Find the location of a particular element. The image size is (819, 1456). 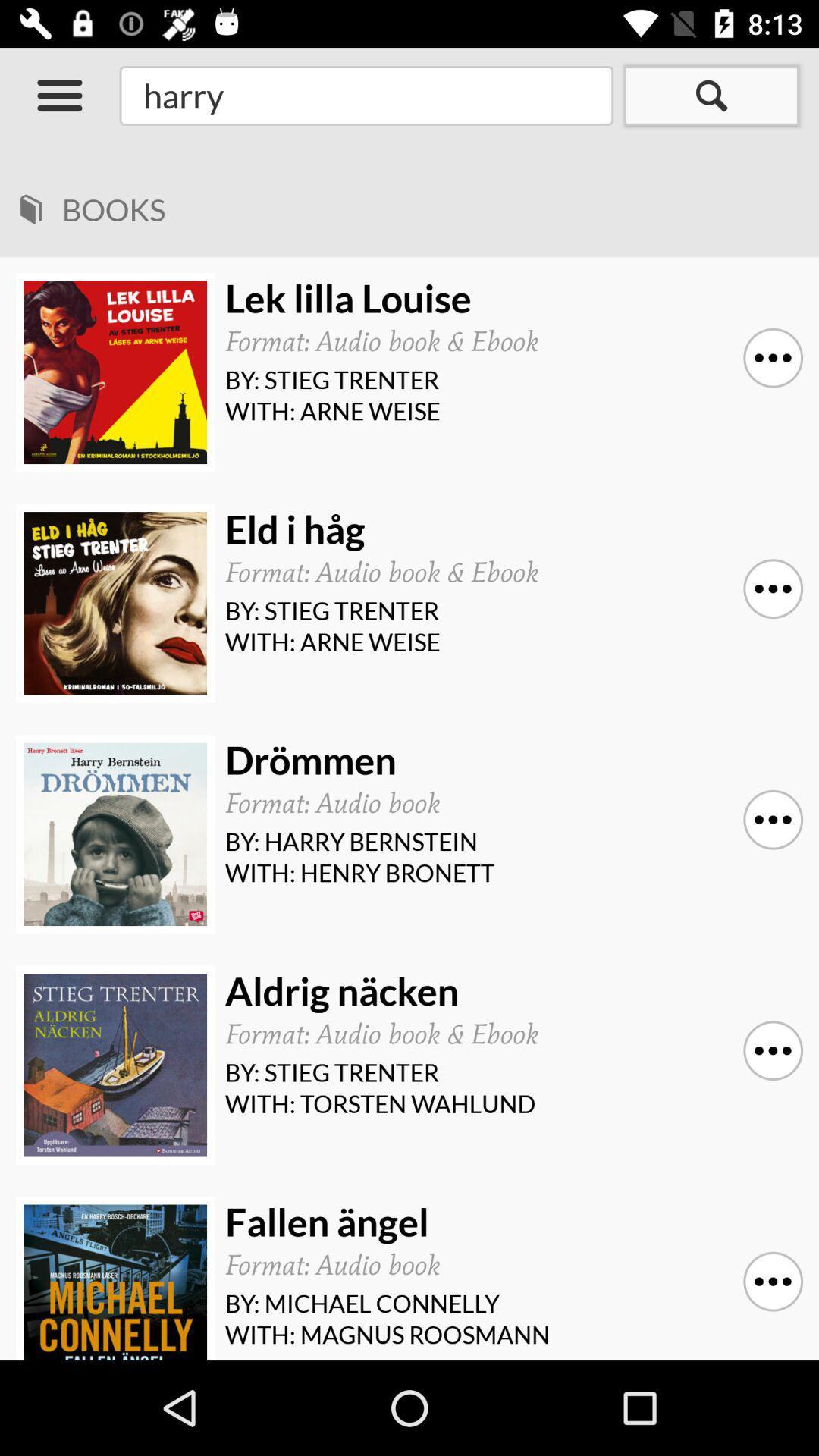

the second three dots button below the search button on the web page is located at coordinates (773, 588).